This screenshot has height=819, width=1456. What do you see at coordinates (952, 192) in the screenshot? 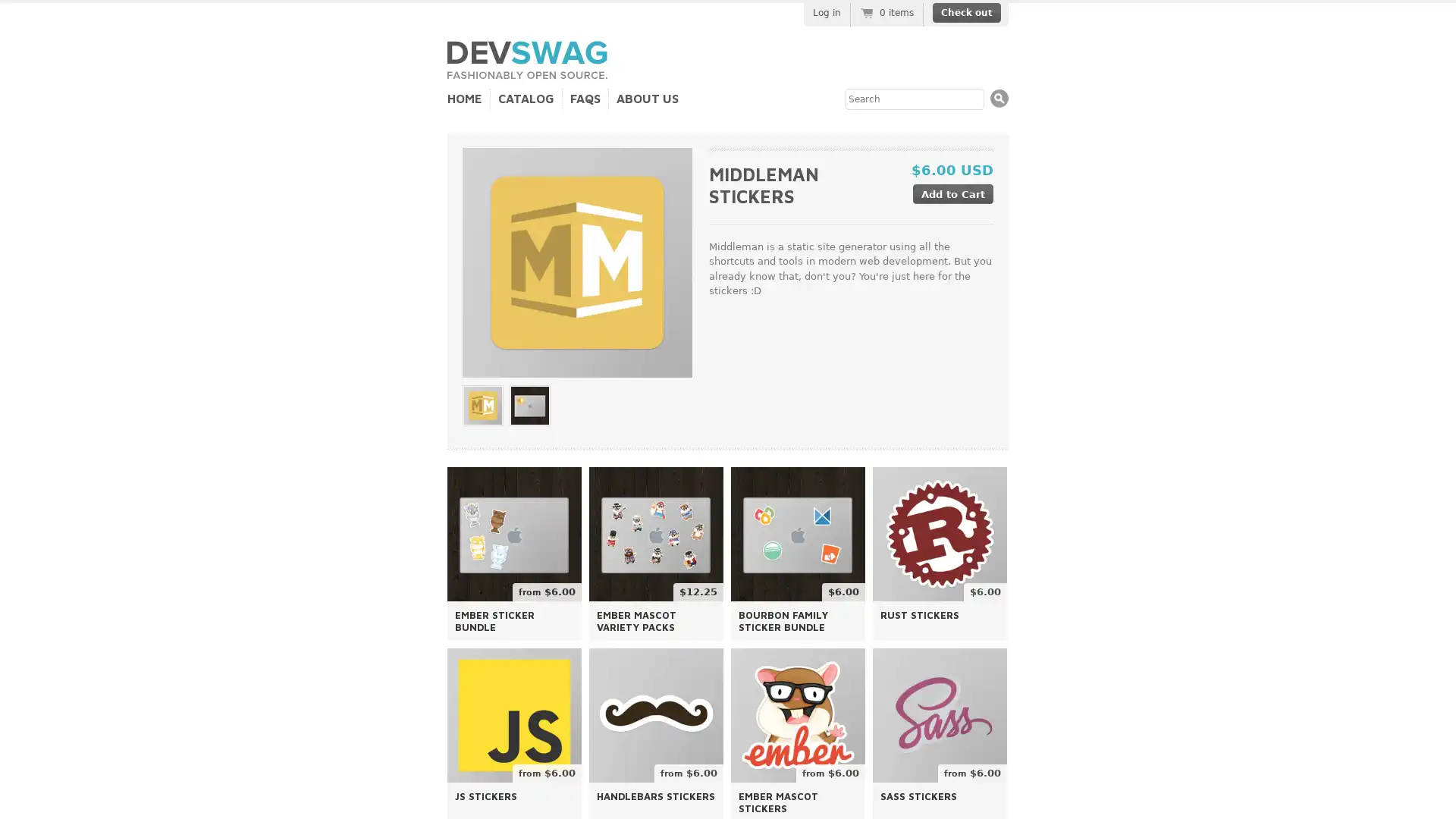
I see `Add to Cart` at bounding box center [952, 192].